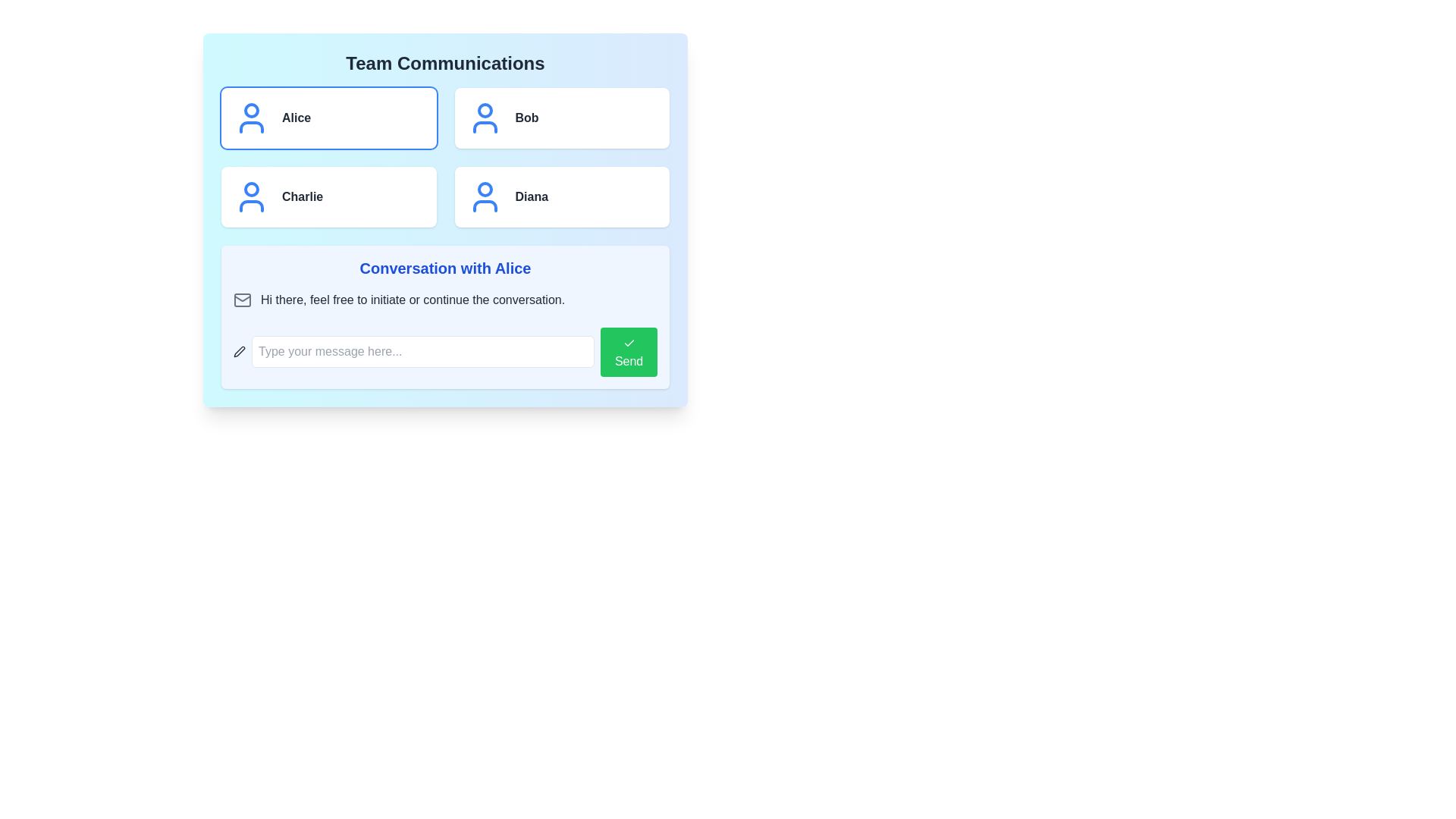  What do you see at coordinates (251, 189) in the screenshot?
I see `the decorative circular element representing Charlie's user avatar located in the lower-left corner of the grid` at bounding box center [251, 189].